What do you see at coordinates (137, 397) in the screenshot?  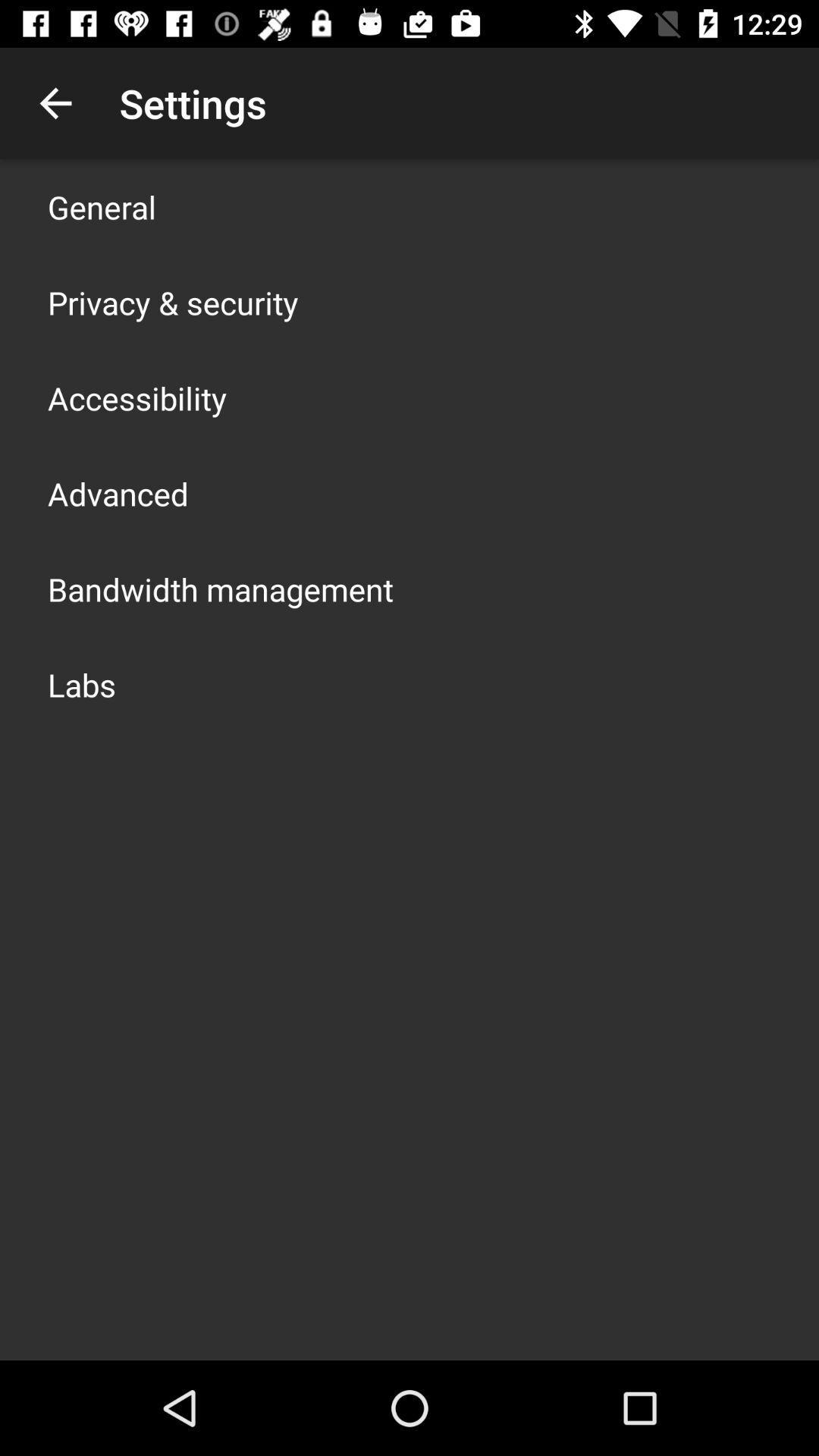 I see `the item above the advanced item` at bounding box center [137, 397].